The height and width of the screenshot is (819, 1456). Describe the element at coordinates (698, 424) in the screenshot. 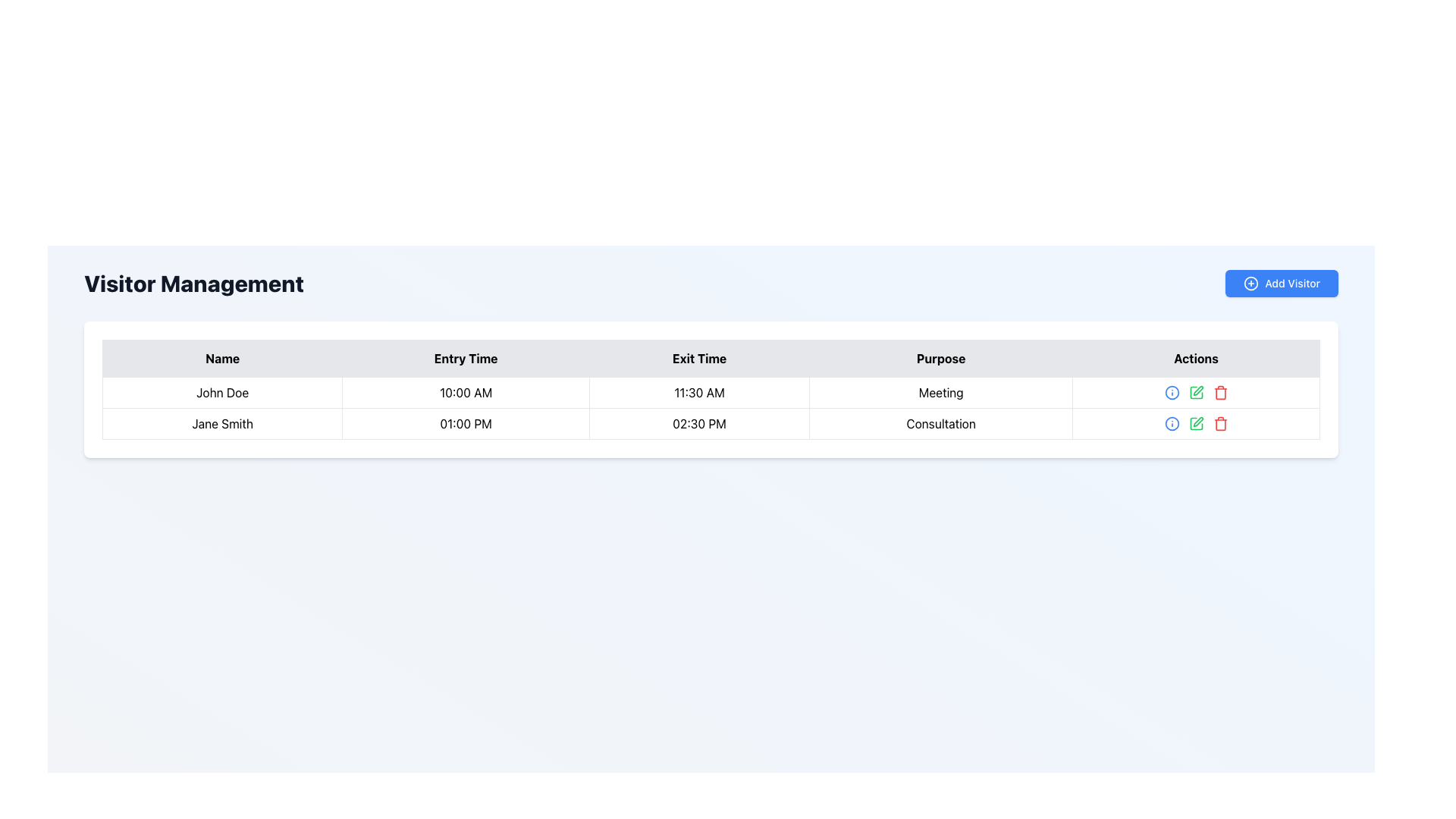

I see `static text label displaying the time '02:30 PM' located in the second row of the table under the 'Exit Time' column` at that location.